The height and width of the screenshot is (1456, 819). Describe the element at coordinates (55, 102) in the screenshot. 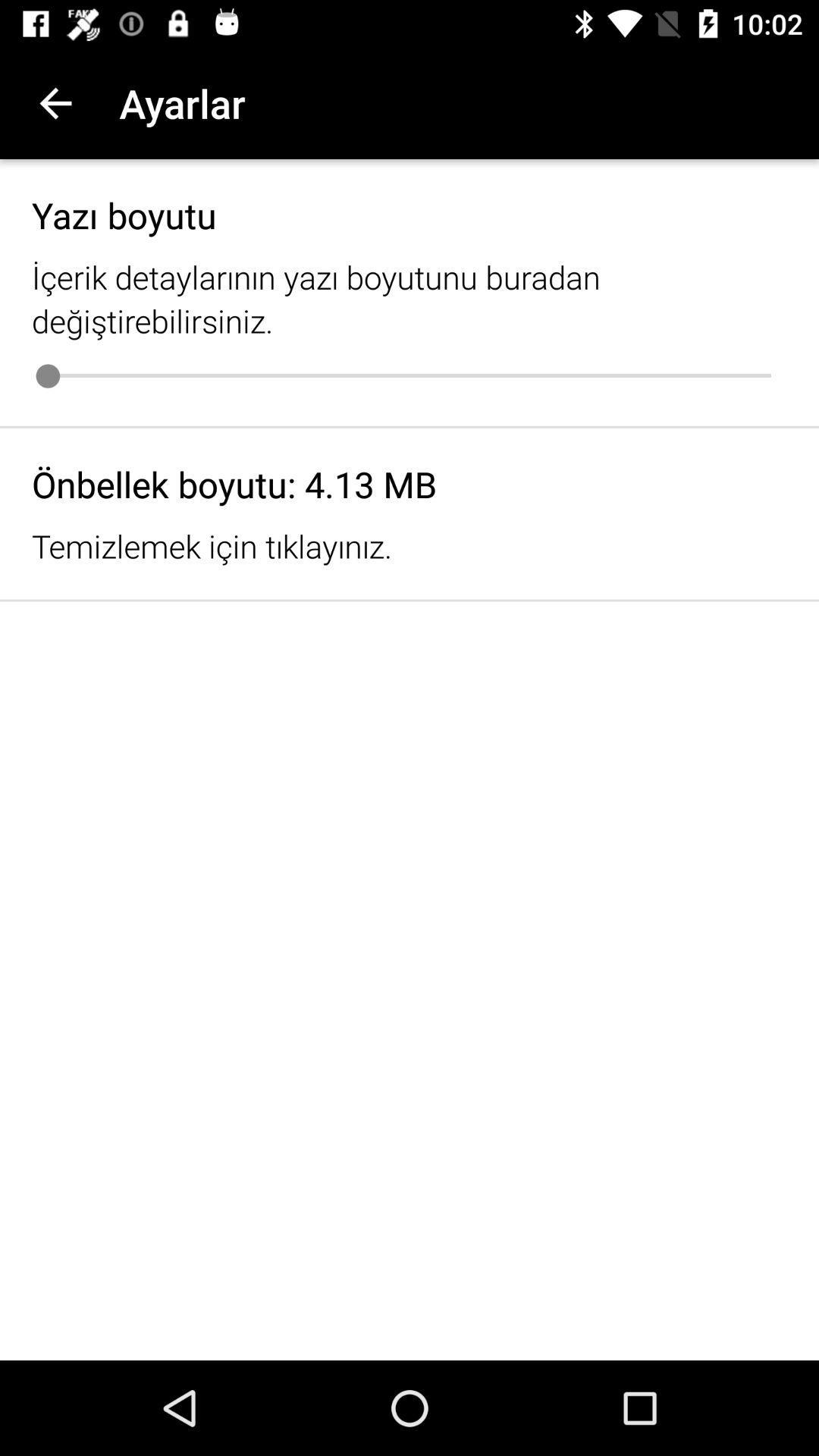

I see `the app to the left of the ayarlar` at that location.